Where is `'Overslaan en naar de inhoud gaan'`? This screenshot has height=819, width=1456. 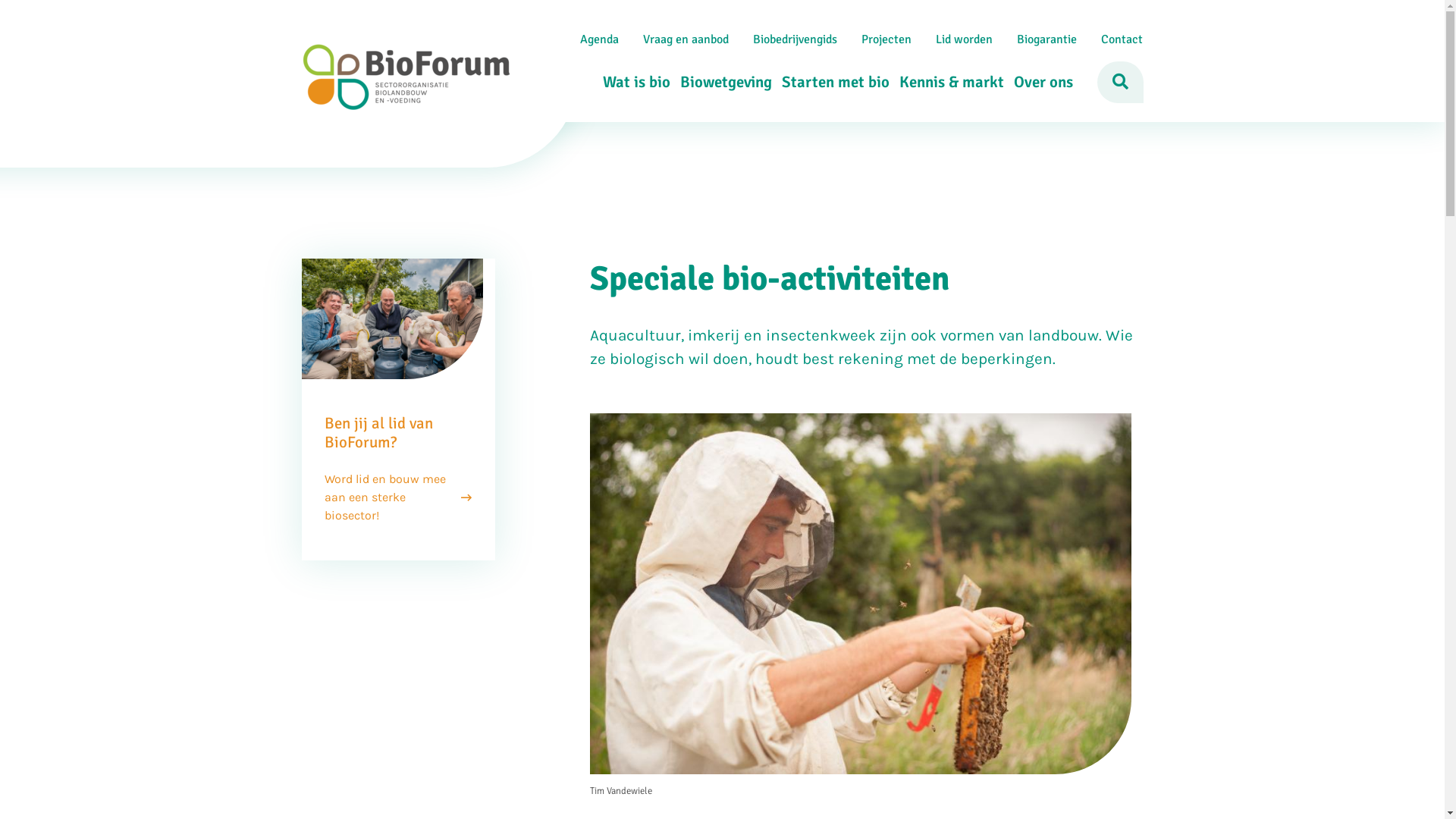 'Overslaan en naar de inhoud gaan' is located at coordinates (720, 1).